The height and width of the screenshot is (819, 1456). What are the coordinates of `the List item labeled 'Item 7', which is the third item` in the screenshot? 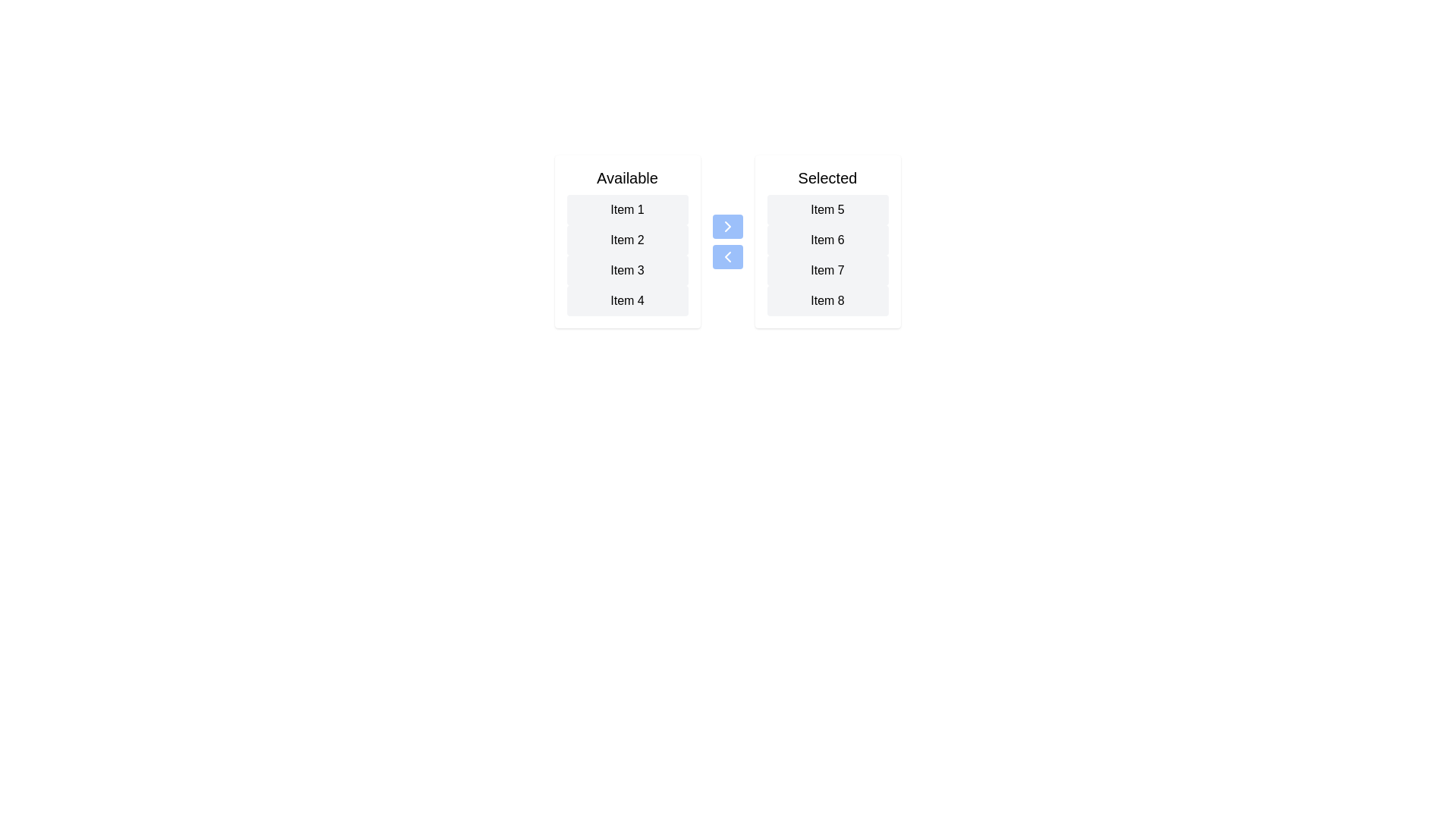 It's located at (827, 270).